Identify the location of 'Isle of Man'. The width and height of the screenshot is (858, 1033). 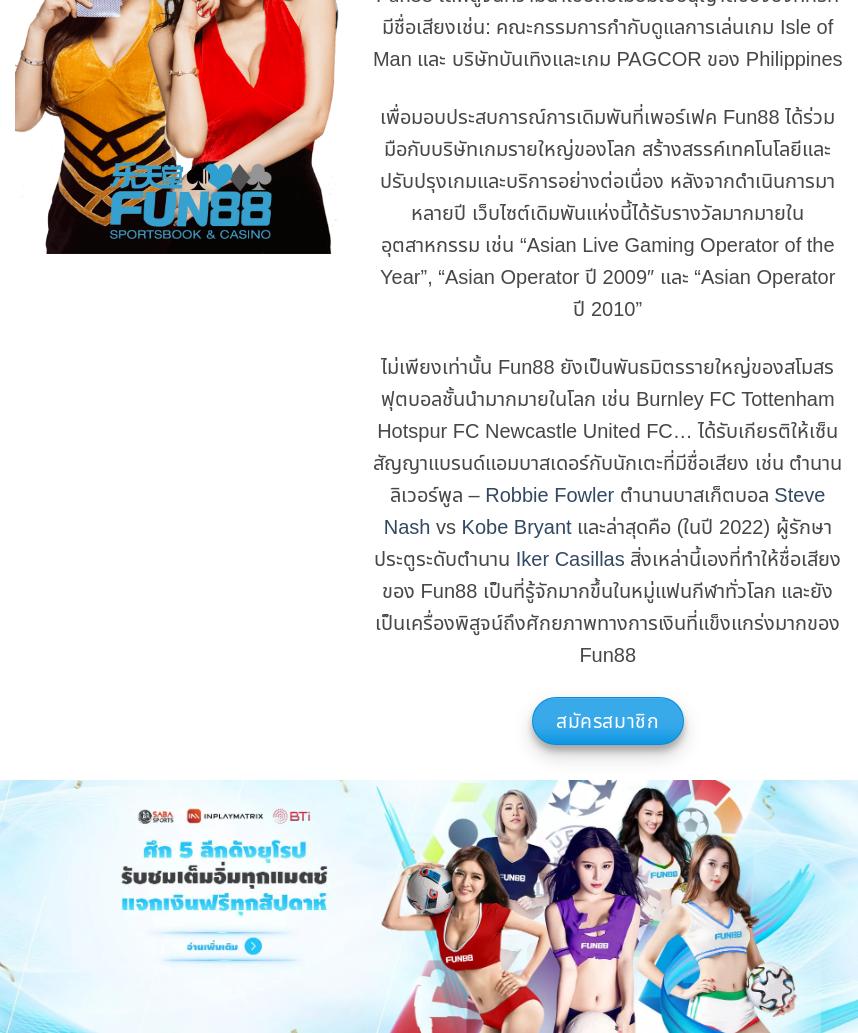
(602, 42).